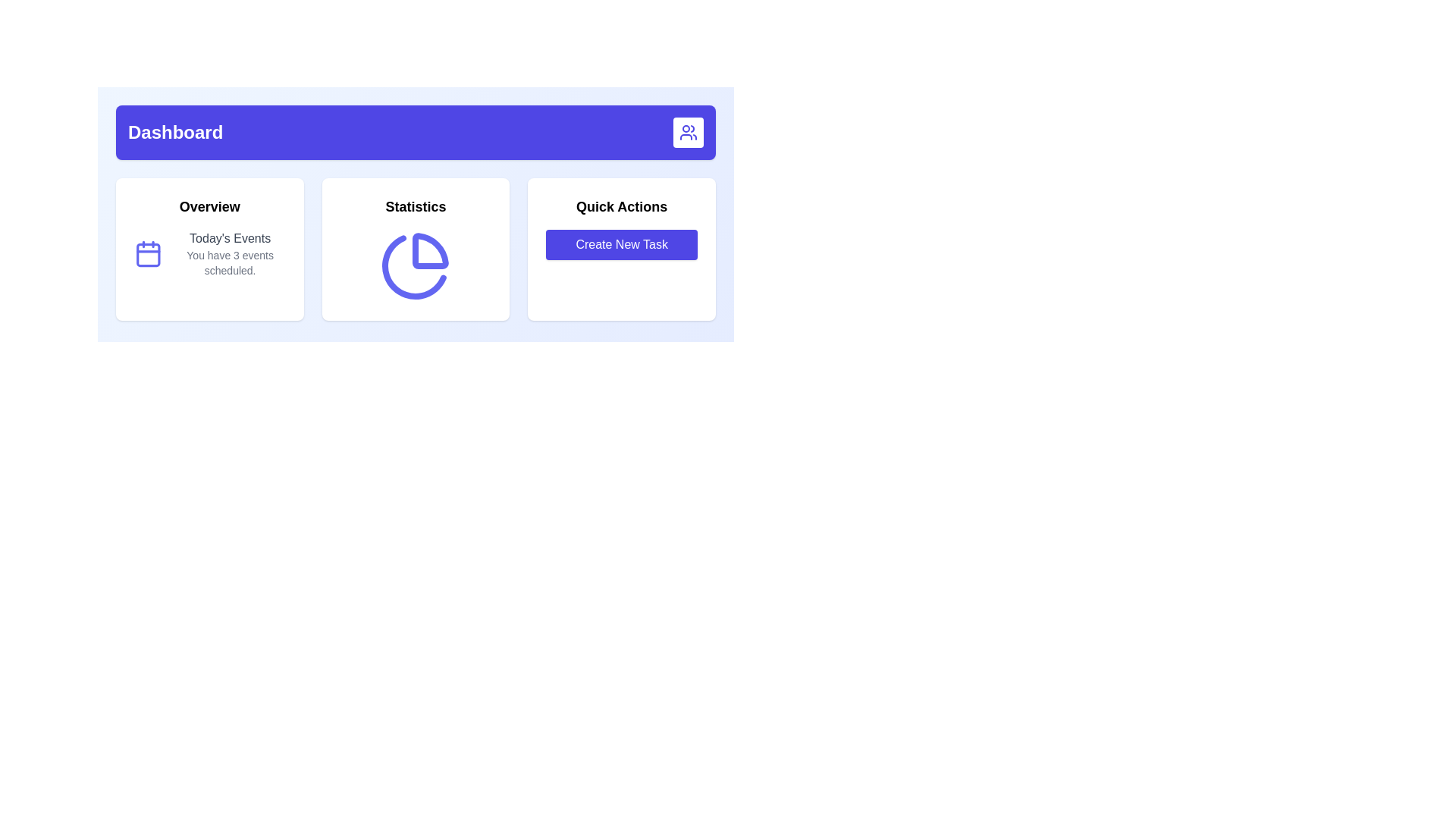 The height and width of the screenshot is (819, 1456). Describe the element at coordinates (148, 253) in the screenshot. I see `the 'Today's Events' icon` at that location.